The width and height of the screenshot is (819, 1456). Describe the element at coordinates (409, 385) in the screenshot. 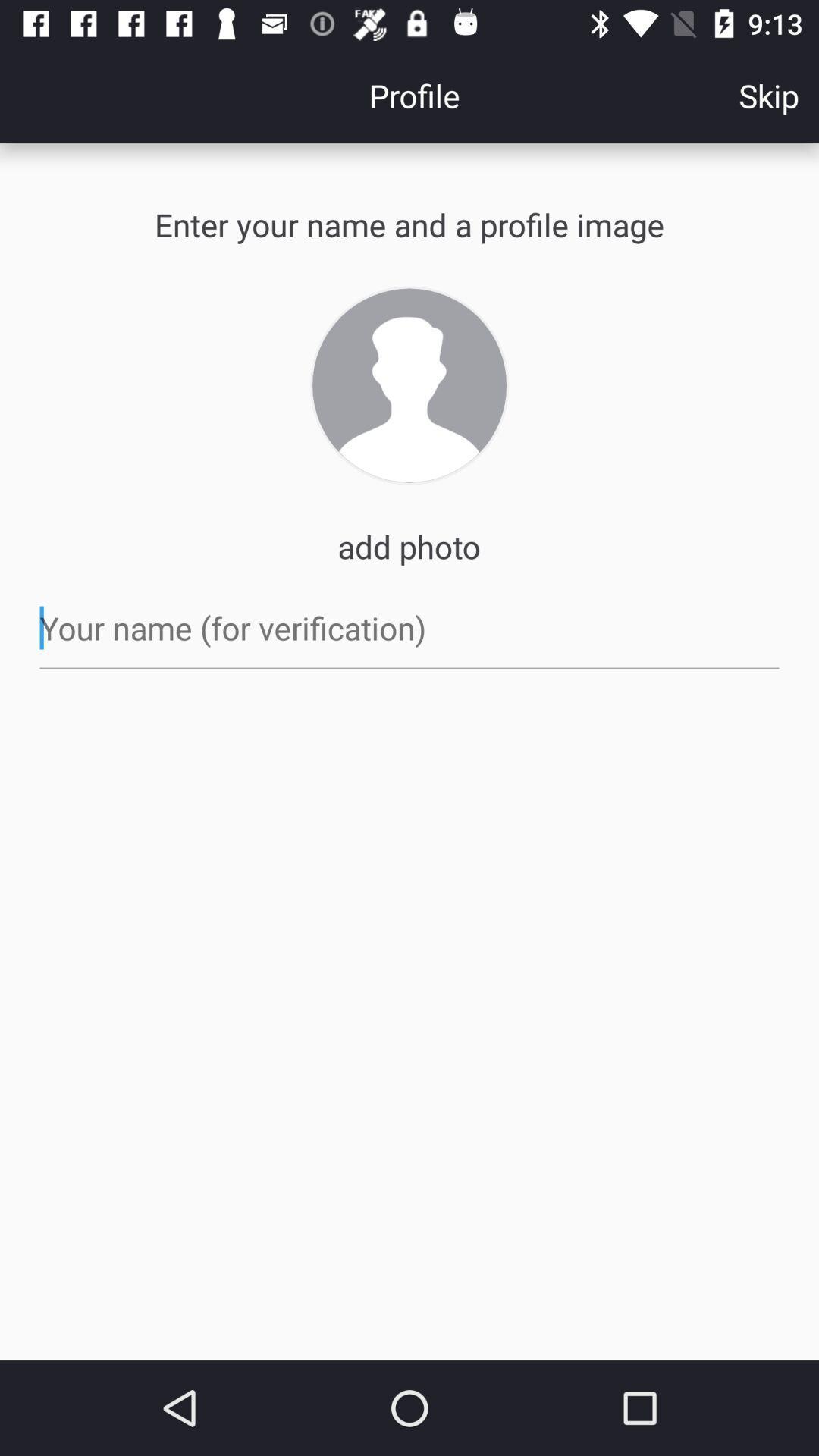

I see `upload photo` at that location.